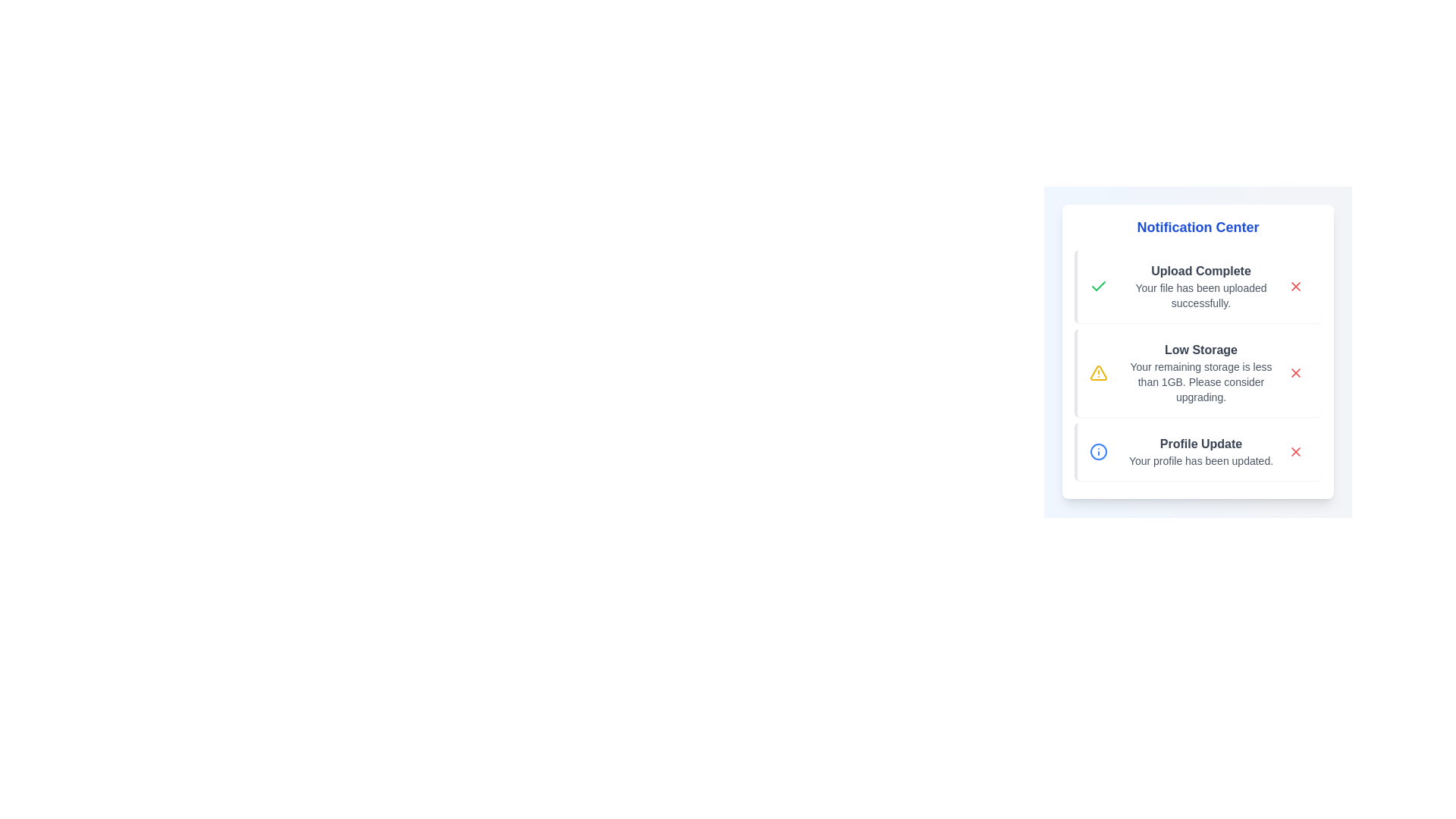  I want to click on the 'X' icon located in the 'Upload Complete' card section, so click(1294, 287).